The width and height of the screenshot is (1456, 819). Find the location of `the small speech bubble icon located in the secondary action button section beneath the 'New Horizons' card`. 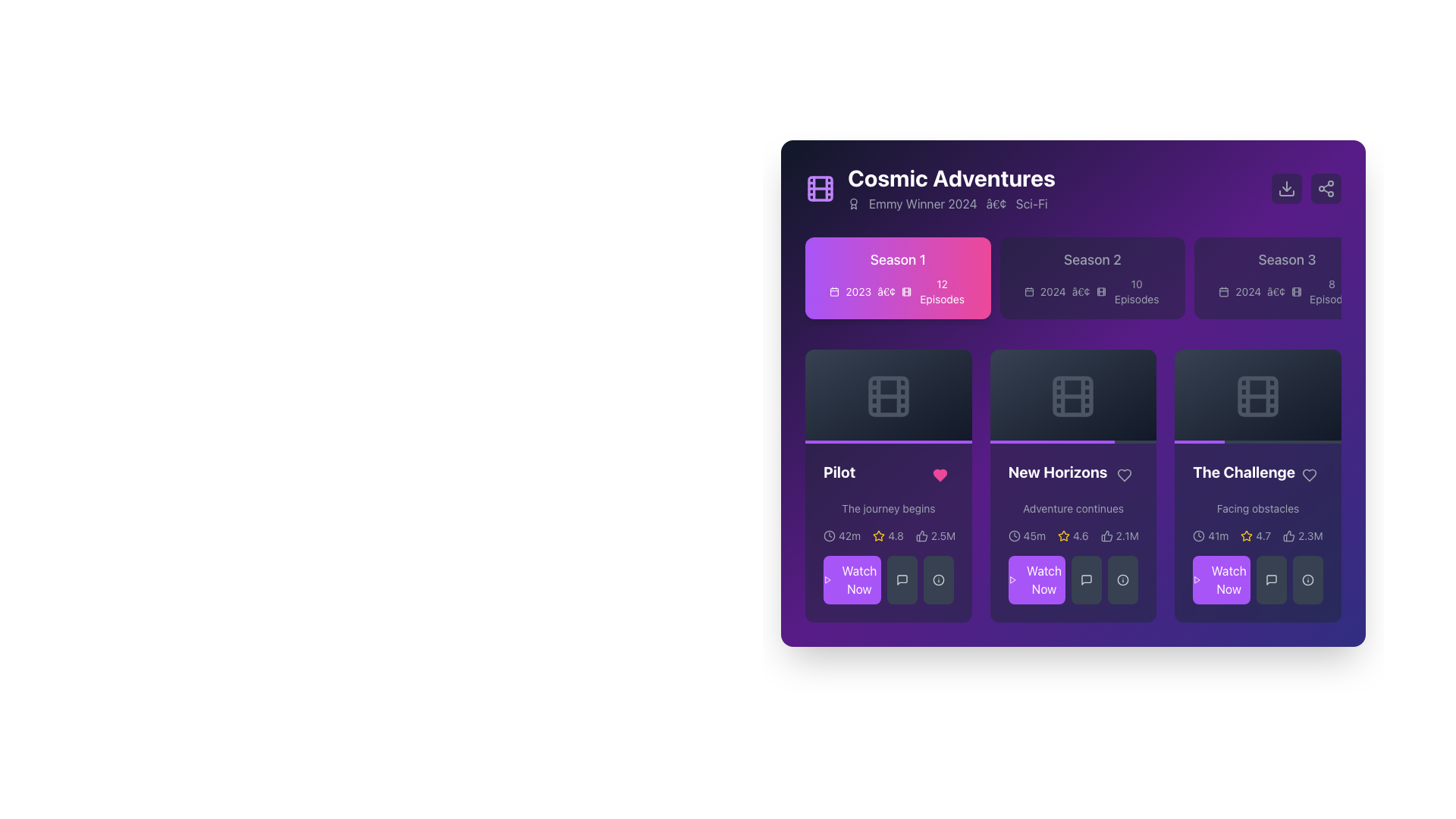

the small speech bubble icon located in the secondary action button section beneath the 'New Horizons' card is located at coordinates (1086, 579).